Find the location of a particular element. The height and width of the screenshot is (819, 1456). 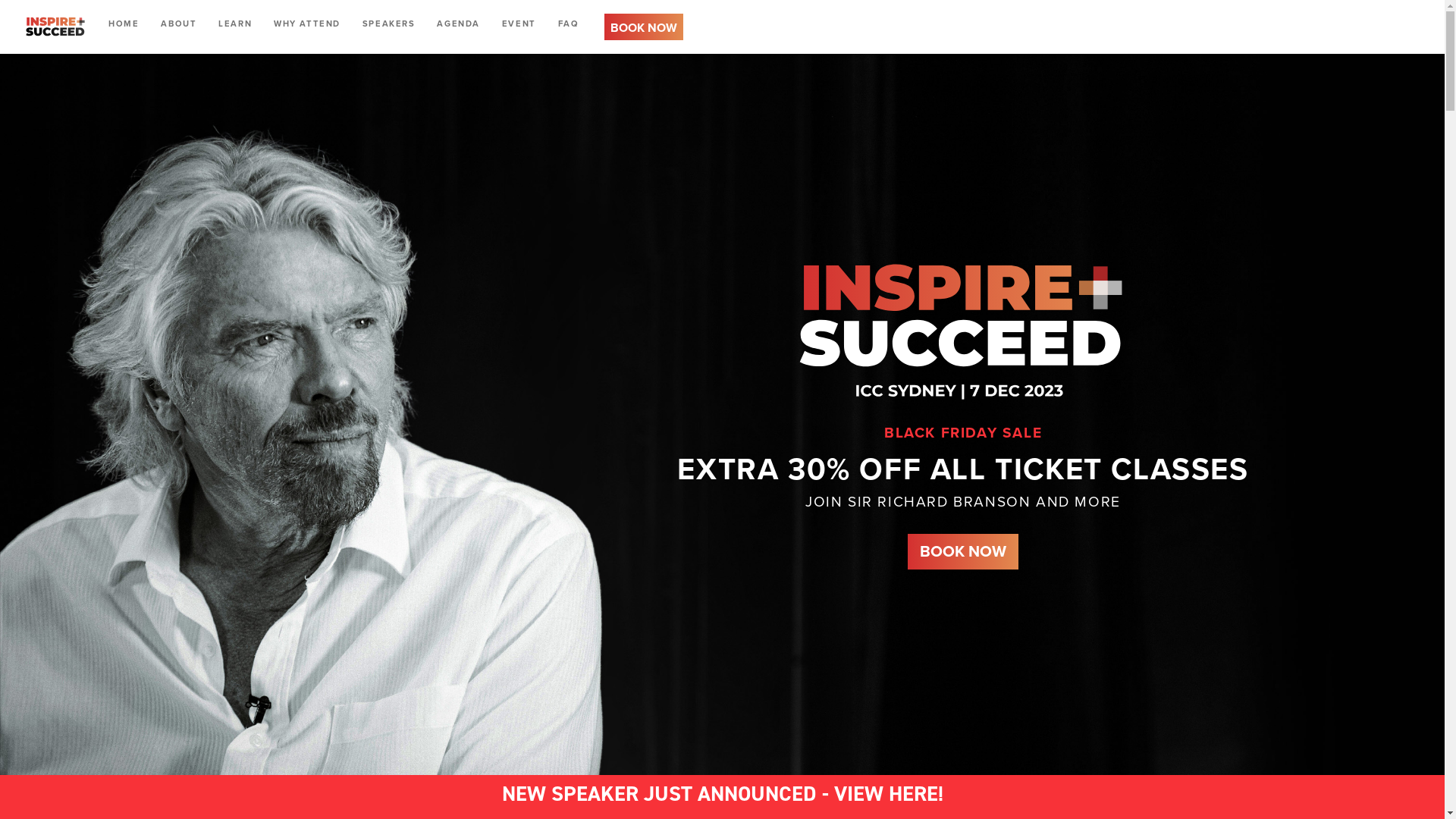

'ABOUT' is located at coordinates (178, 23).